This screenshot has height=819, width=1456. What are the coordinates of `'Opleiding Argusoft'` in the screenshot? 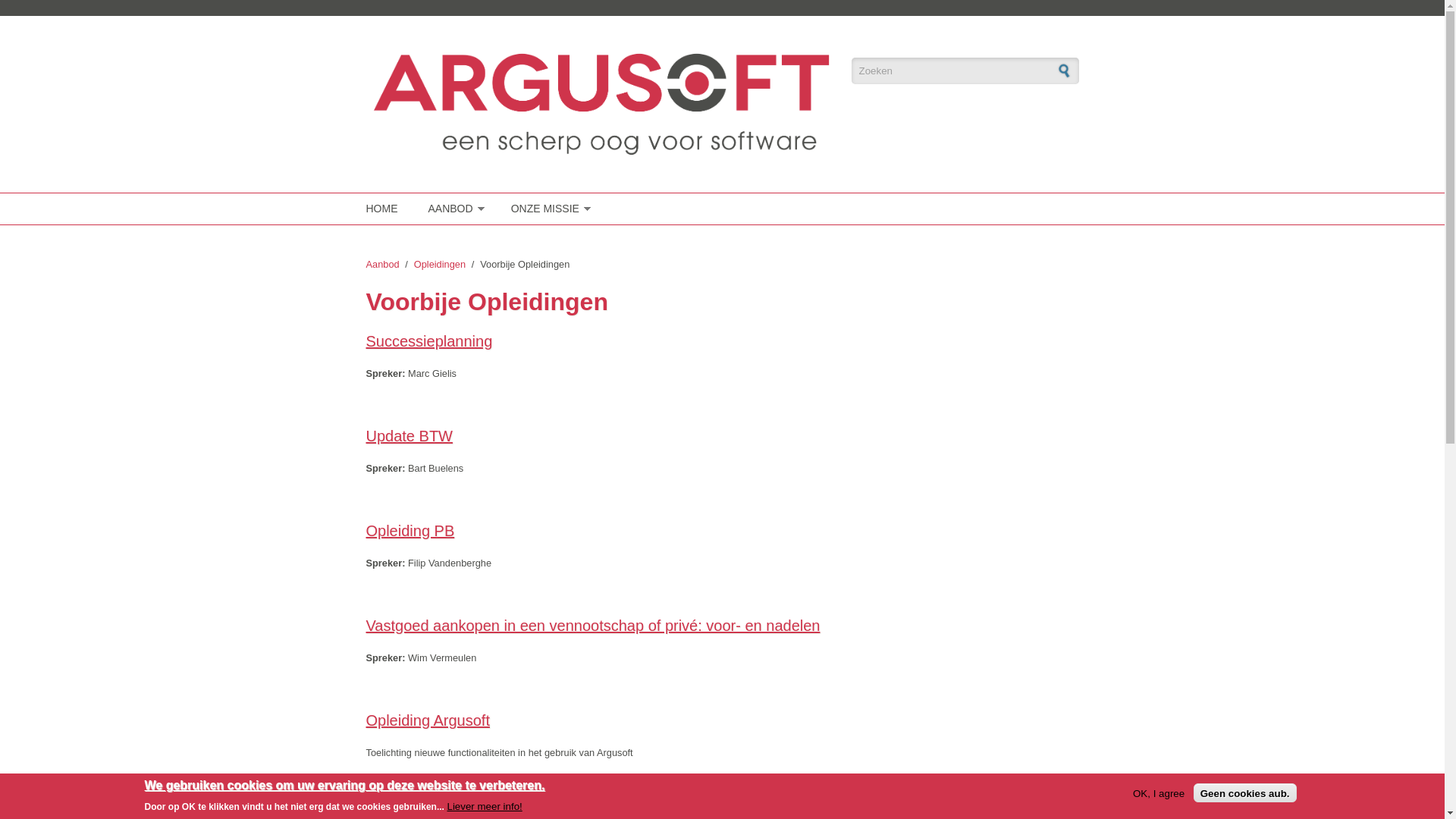 It's located at (426, 719).